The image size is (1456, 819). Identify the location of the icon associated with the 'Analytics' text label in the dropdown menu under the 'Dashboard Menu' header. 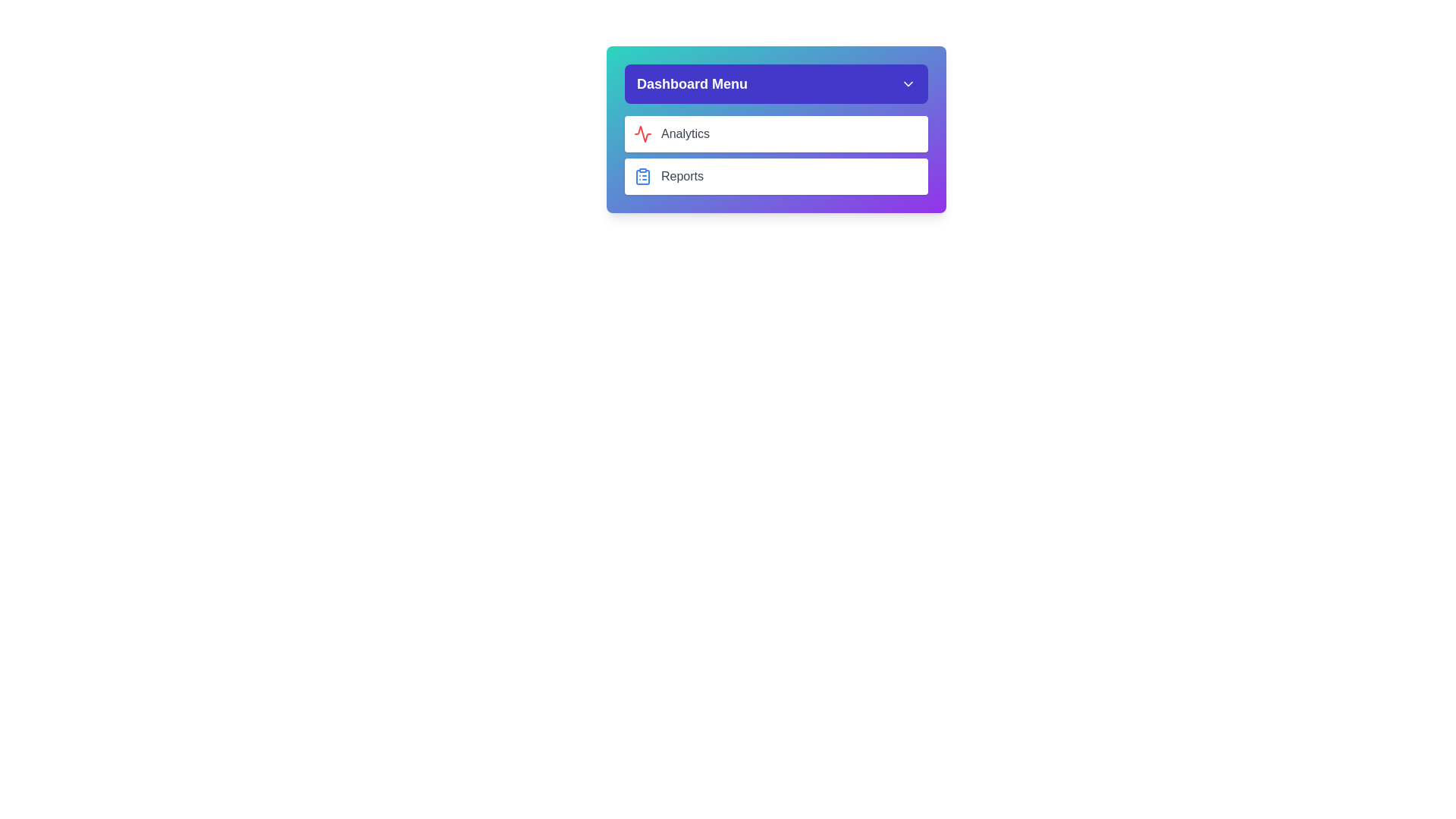
(643, 133).